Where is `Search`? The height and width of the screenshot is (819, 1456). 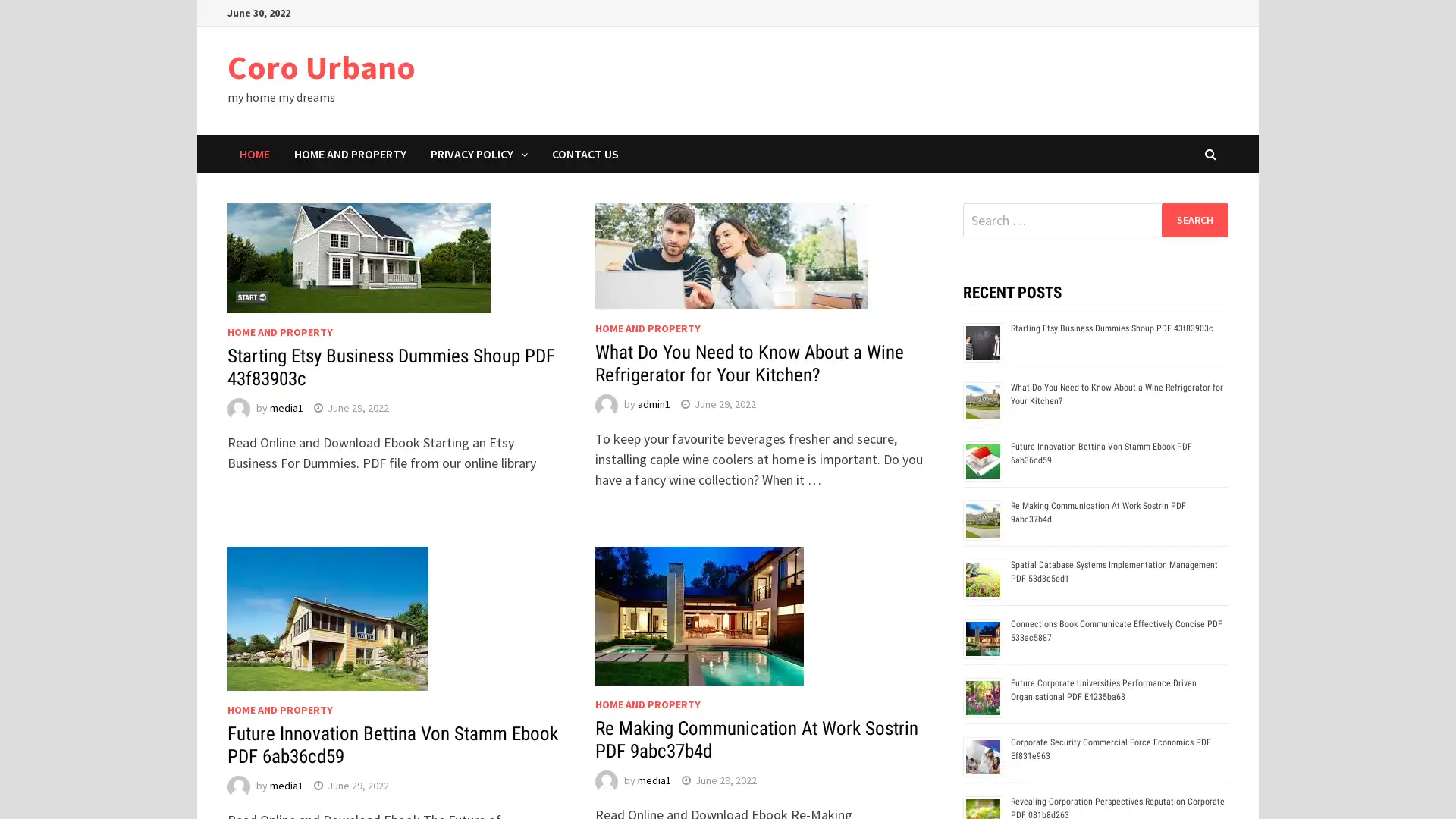
Search is located at coordinates (1194, 219).